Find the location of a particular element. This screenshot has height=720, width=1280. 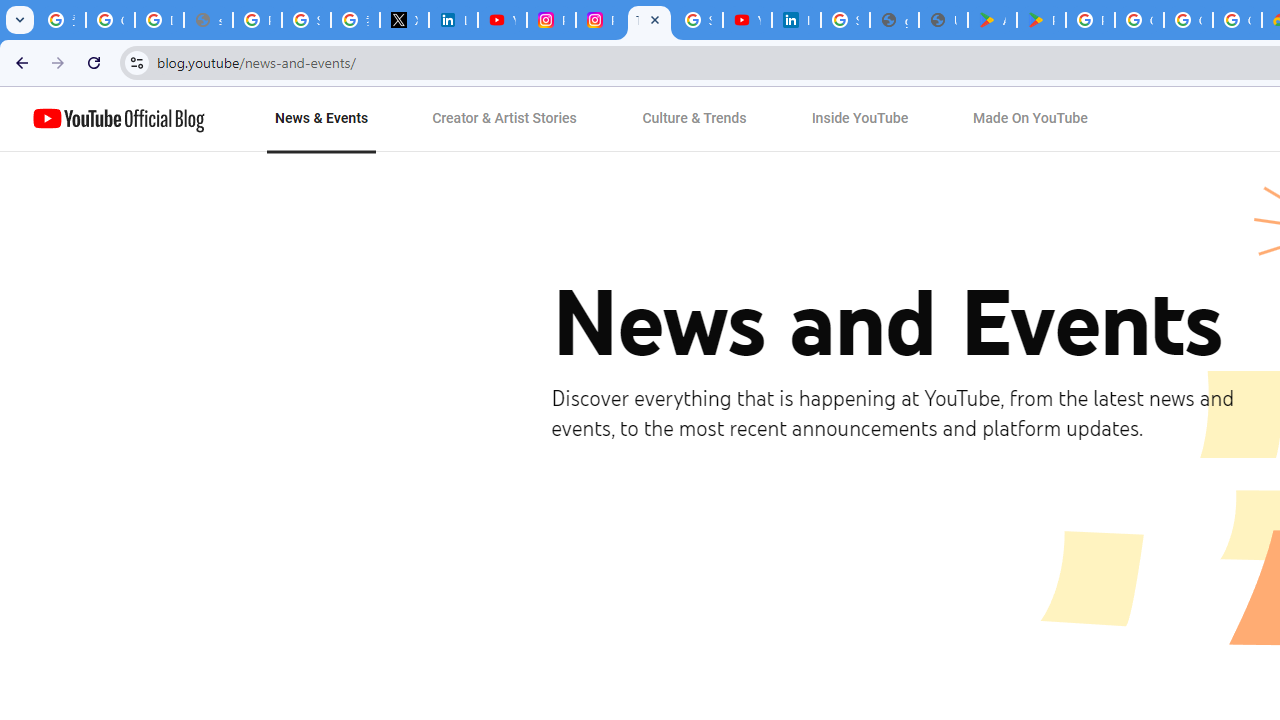

'Android Apps on Google Play' is located at coordinates (992, 20).